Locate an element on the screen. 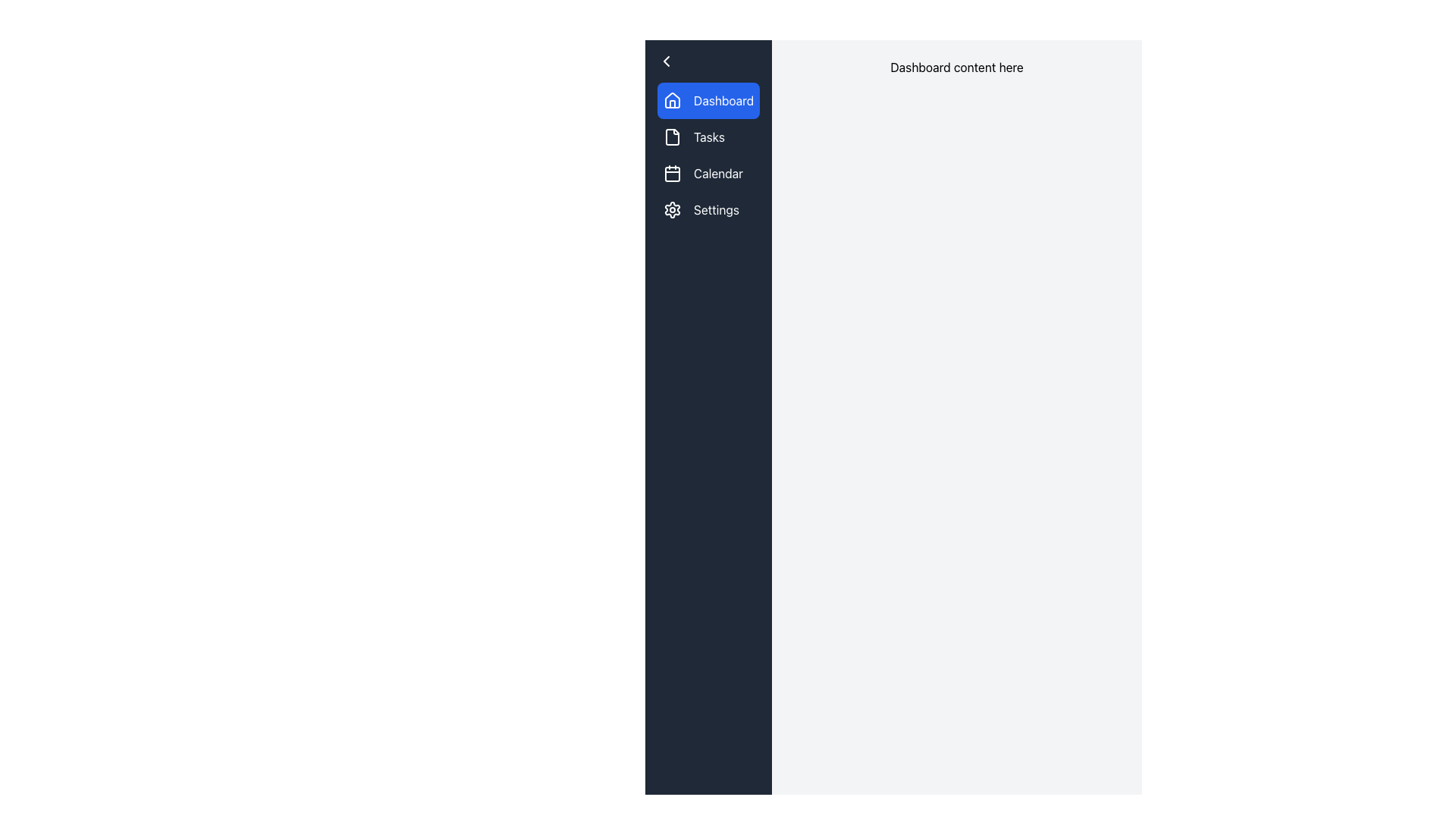  the Text Label at the top-center of the main content section, which indicates that the content below pertains to the dashboard is located at coordinates (956, 66).